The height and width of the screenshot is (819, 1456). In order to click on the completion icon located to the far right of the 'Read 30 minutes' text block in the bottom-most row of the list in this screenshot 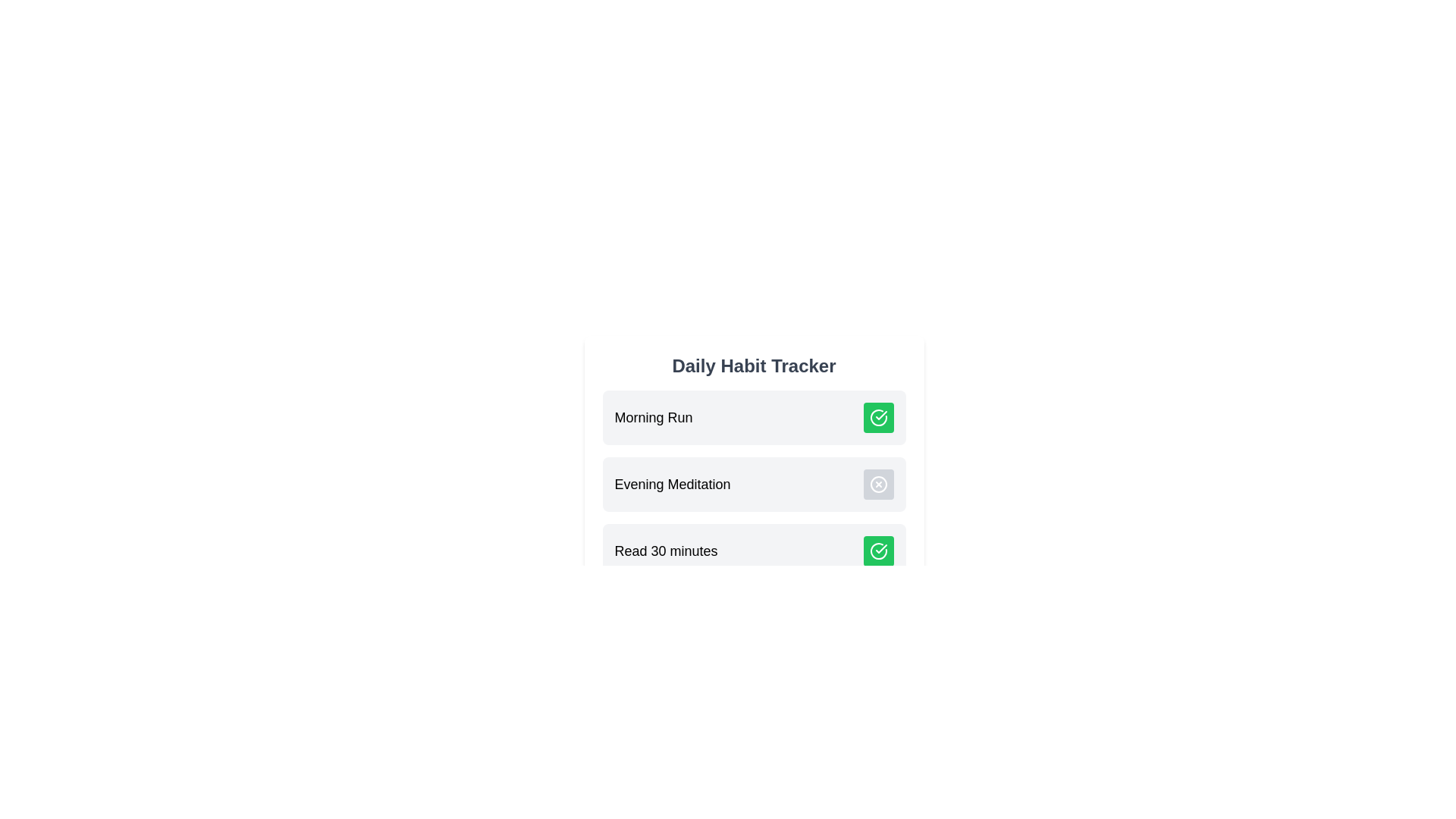, I will do `click(878, 551)`.